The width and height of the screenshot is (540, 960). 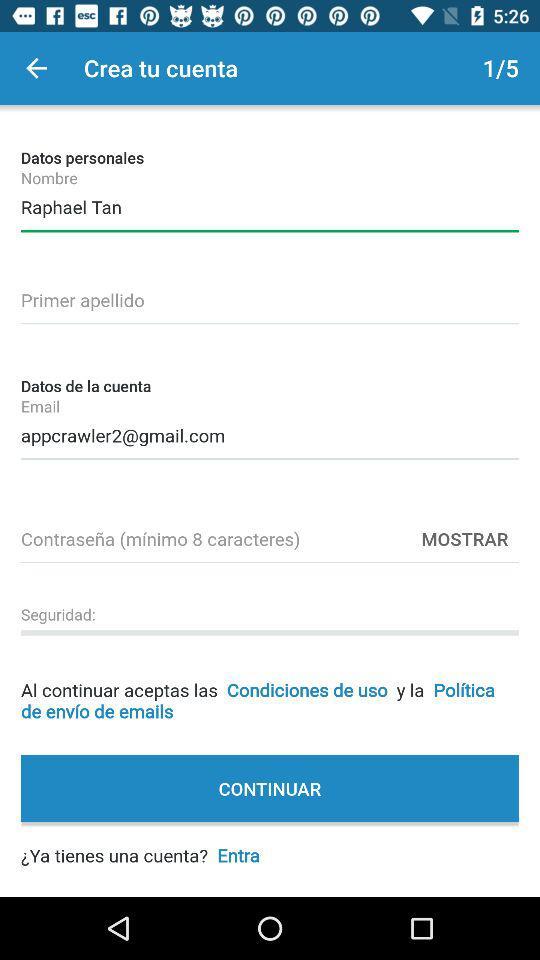 I want to click on text not english, so click(x=270, y=296).